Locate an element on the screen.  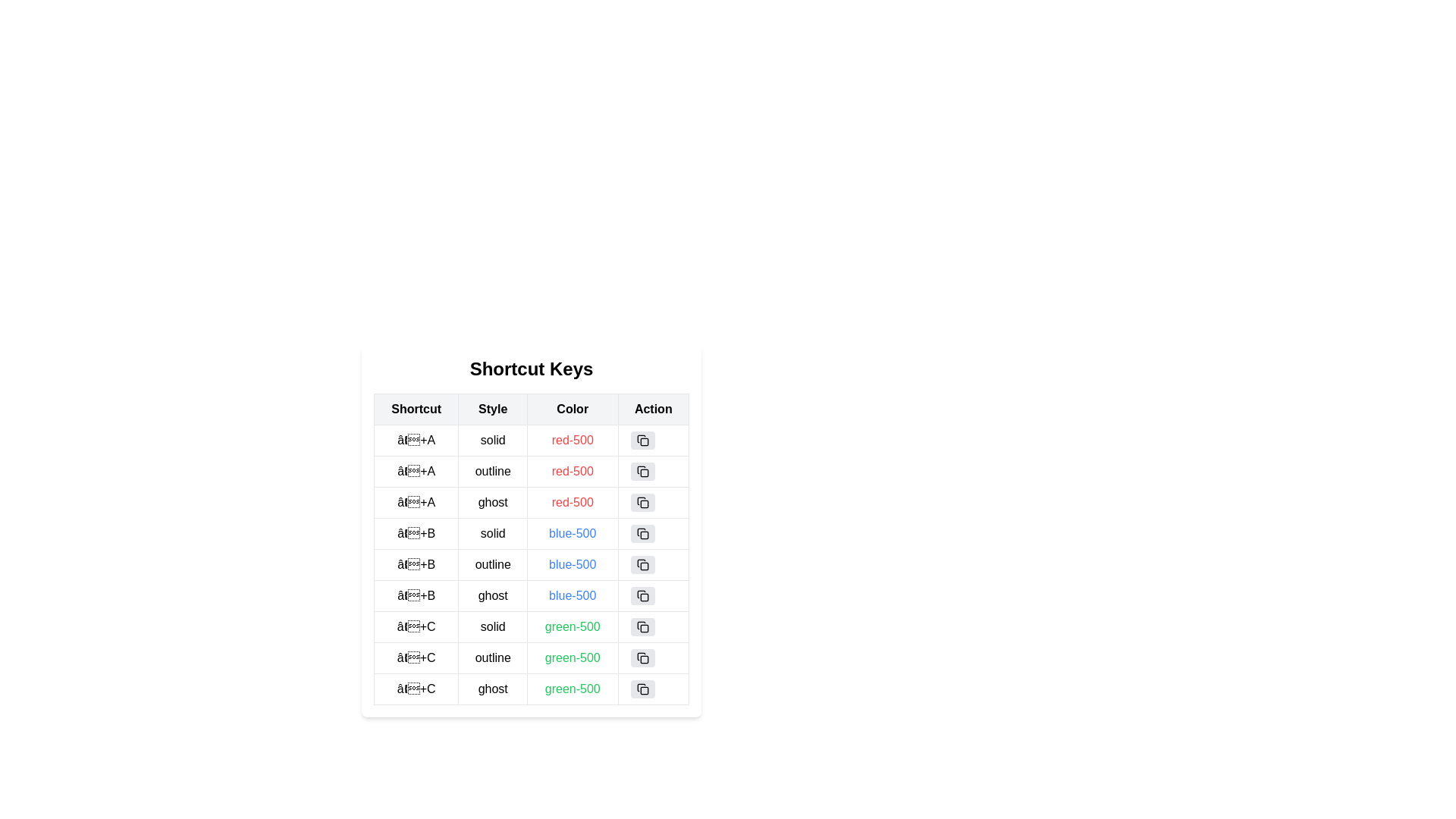
the copy icon located in the 'Action' column of the row labeled 'blue-500 outline' is located at coordinates (641, 563).